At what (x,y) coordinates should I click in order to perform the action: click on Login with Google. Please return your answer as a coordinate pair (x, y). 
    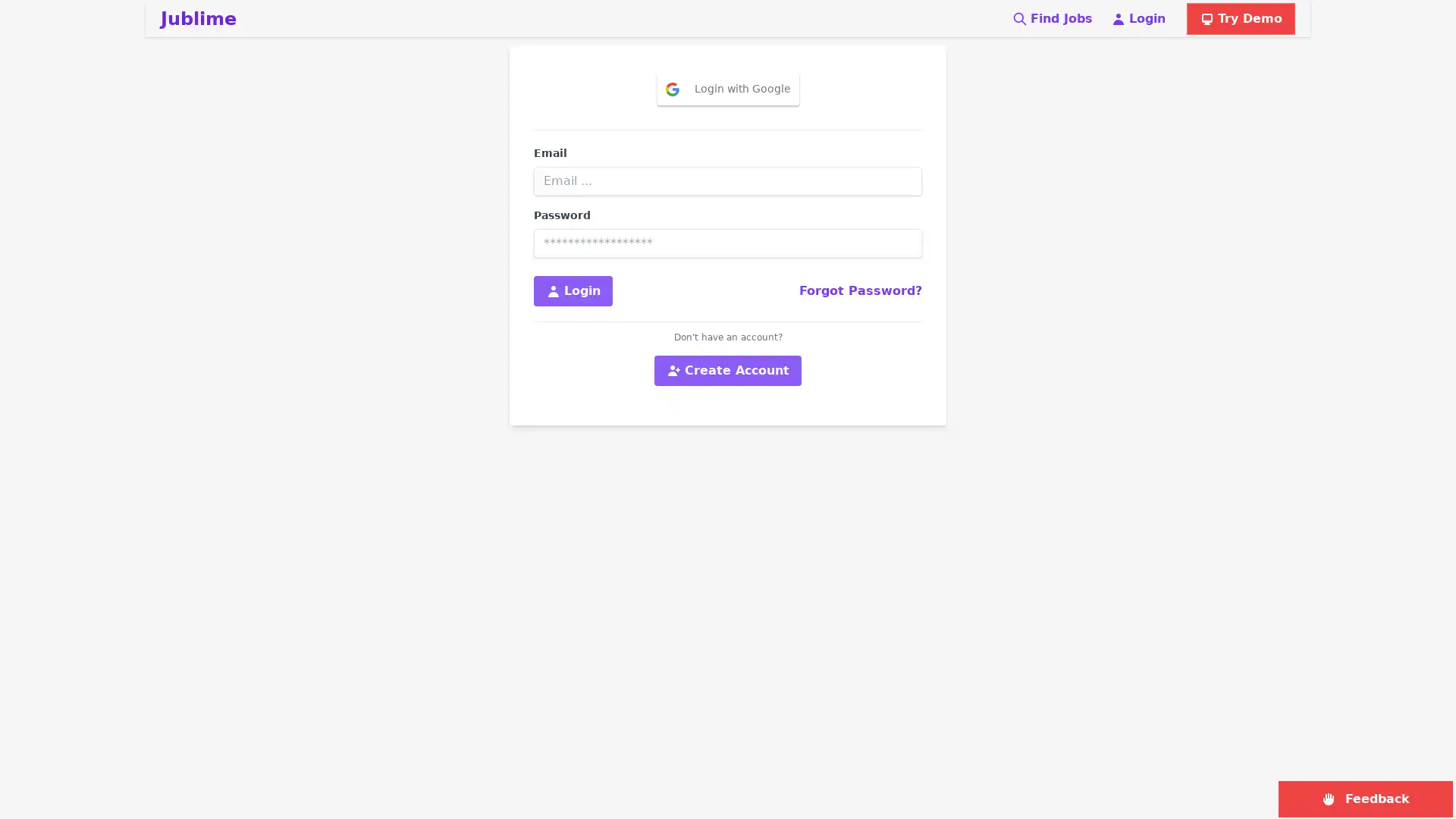
    Looking at the image, I should click on (726, 89).